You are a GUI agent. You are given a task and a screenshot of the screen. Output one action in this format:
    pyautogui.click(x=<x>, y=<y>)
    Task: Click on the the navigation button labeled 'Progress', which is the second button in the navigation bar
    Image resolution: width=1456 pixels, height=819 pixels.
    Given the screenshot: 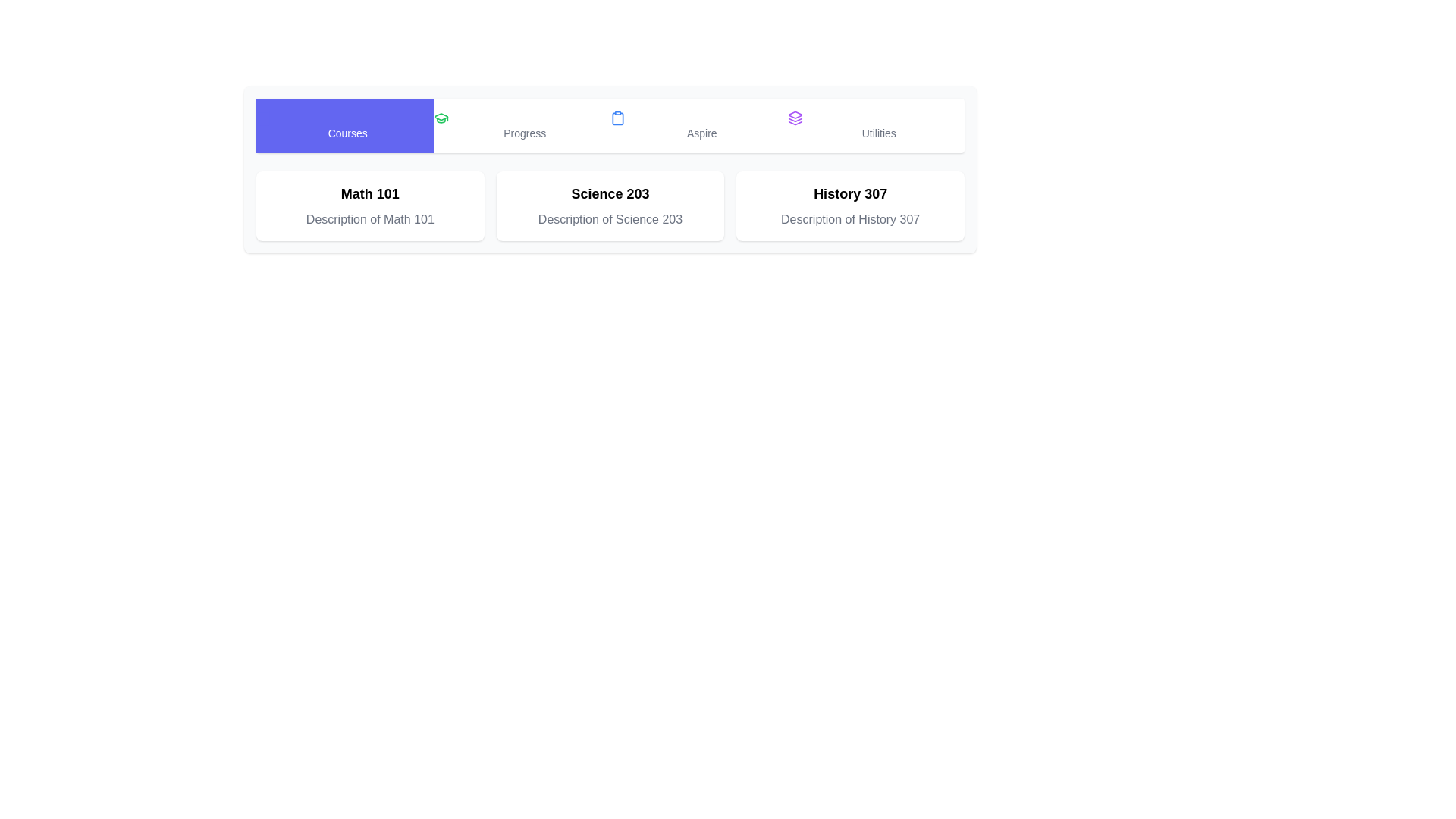 What is the action you would take?
    pyautogui.click(x=522, y=124)
    